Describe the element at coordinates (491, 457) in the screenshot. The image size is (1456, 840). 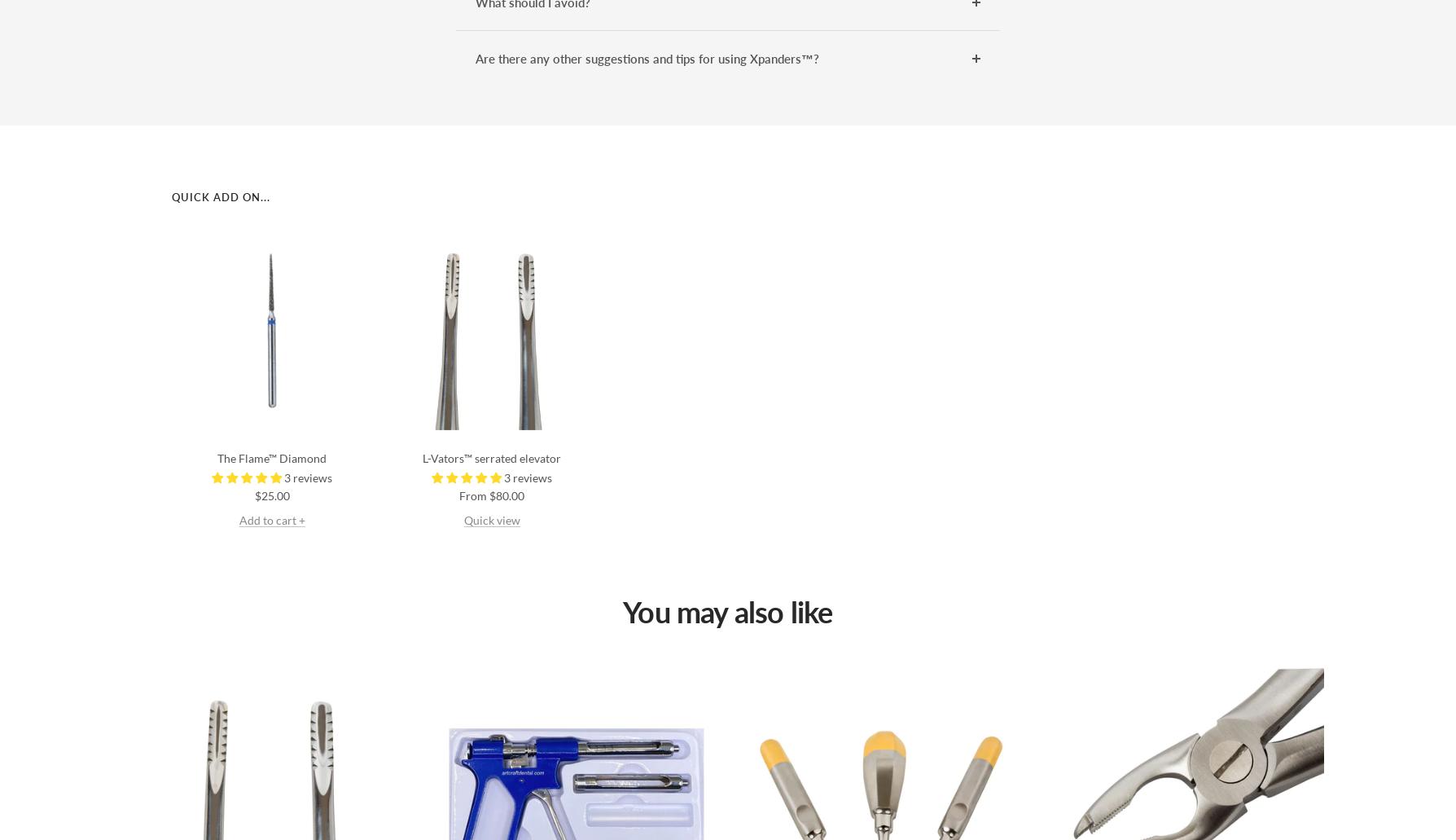
I see `'L-Vators™ serrated elevator'` at that location.